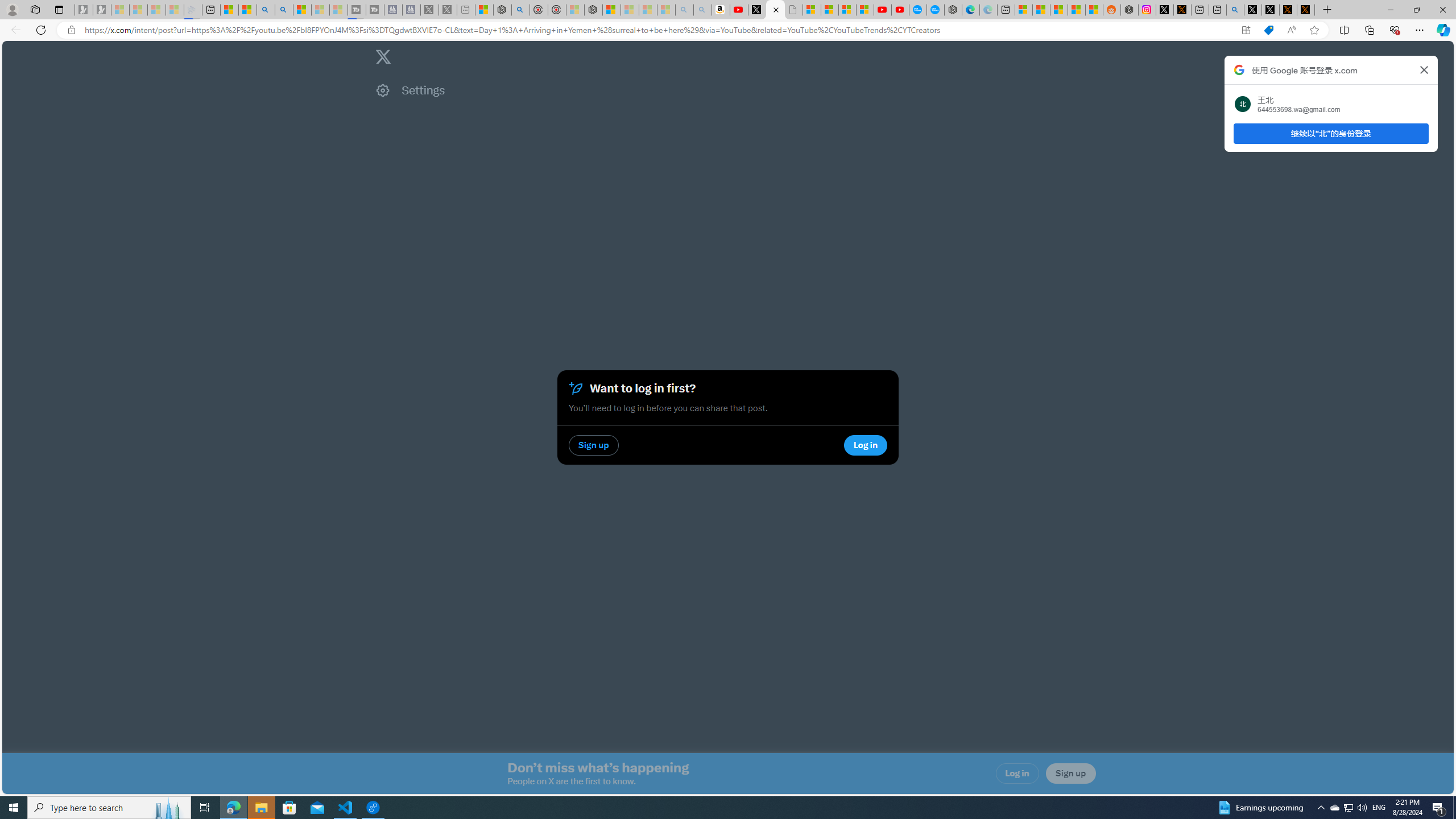 The width and height of the screenshot is (1456, 819). I want to click on 'amazon - Search - Sleeping', so click(684, 9).